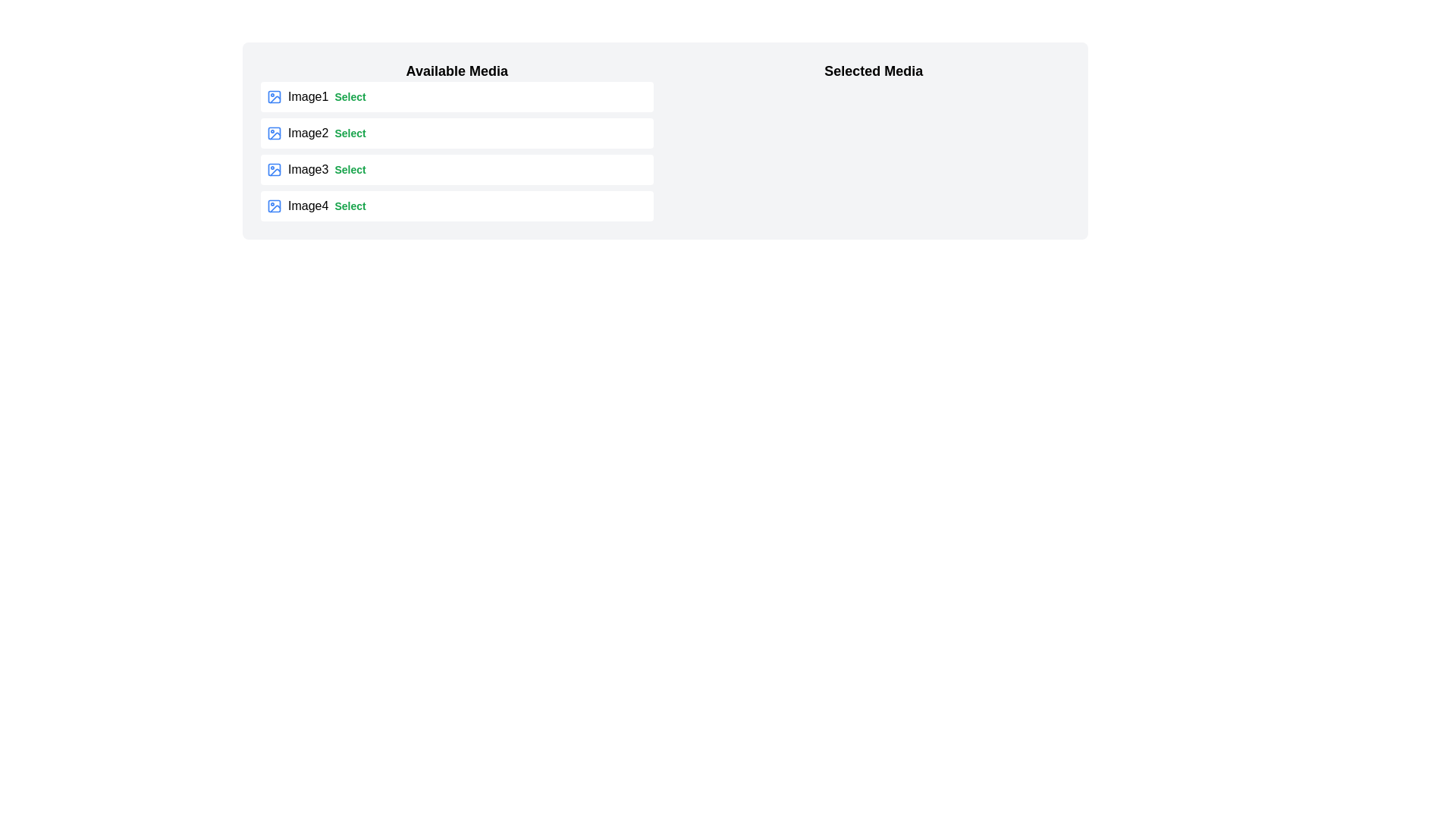  I want to click on the second entry in the vertically arranged list of images under the 'Available Media' section, so click(456, 152).